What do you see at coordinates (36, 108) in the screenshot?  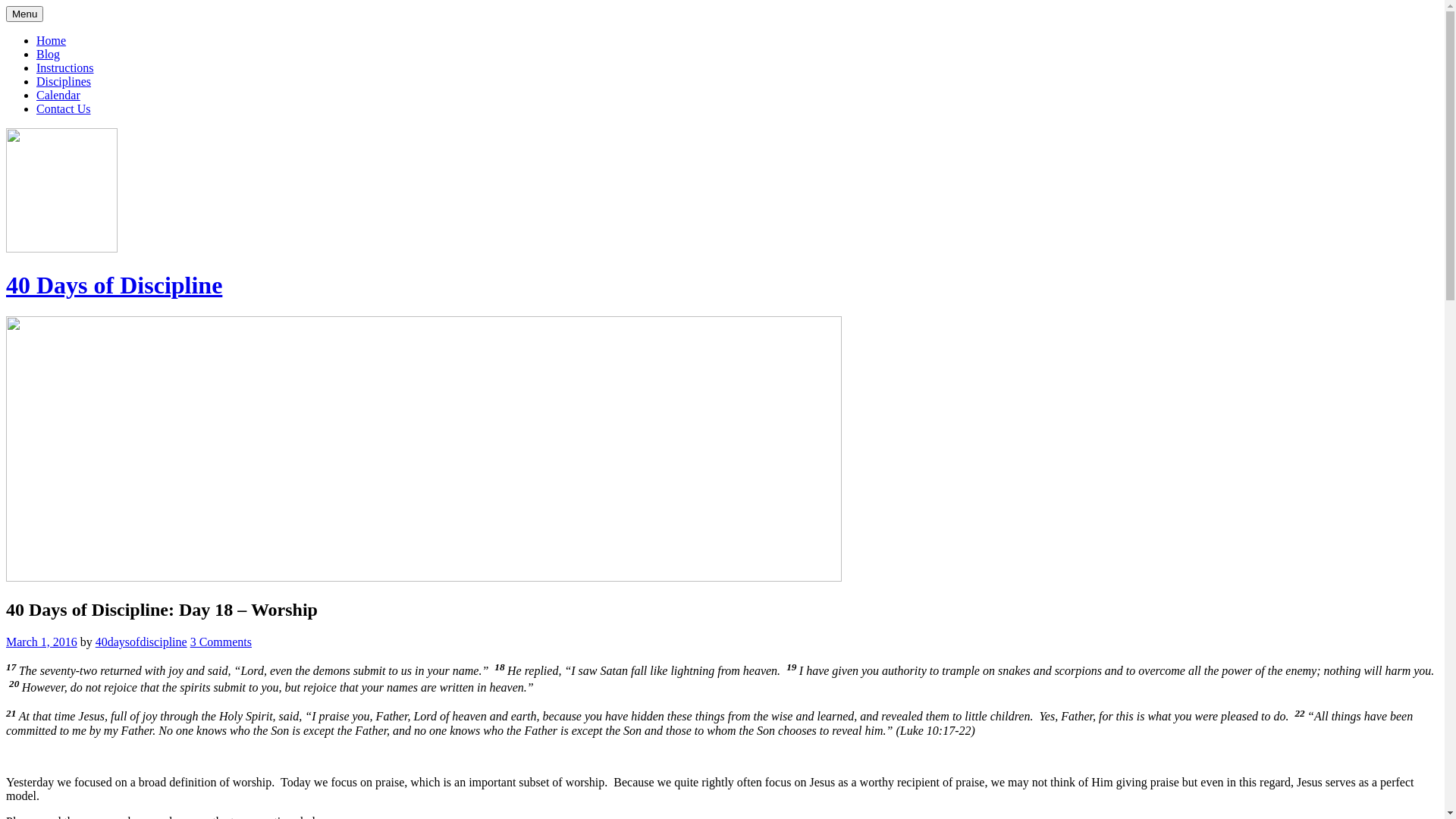 I see `'Contact Us'` at bounding box center [36, 108].